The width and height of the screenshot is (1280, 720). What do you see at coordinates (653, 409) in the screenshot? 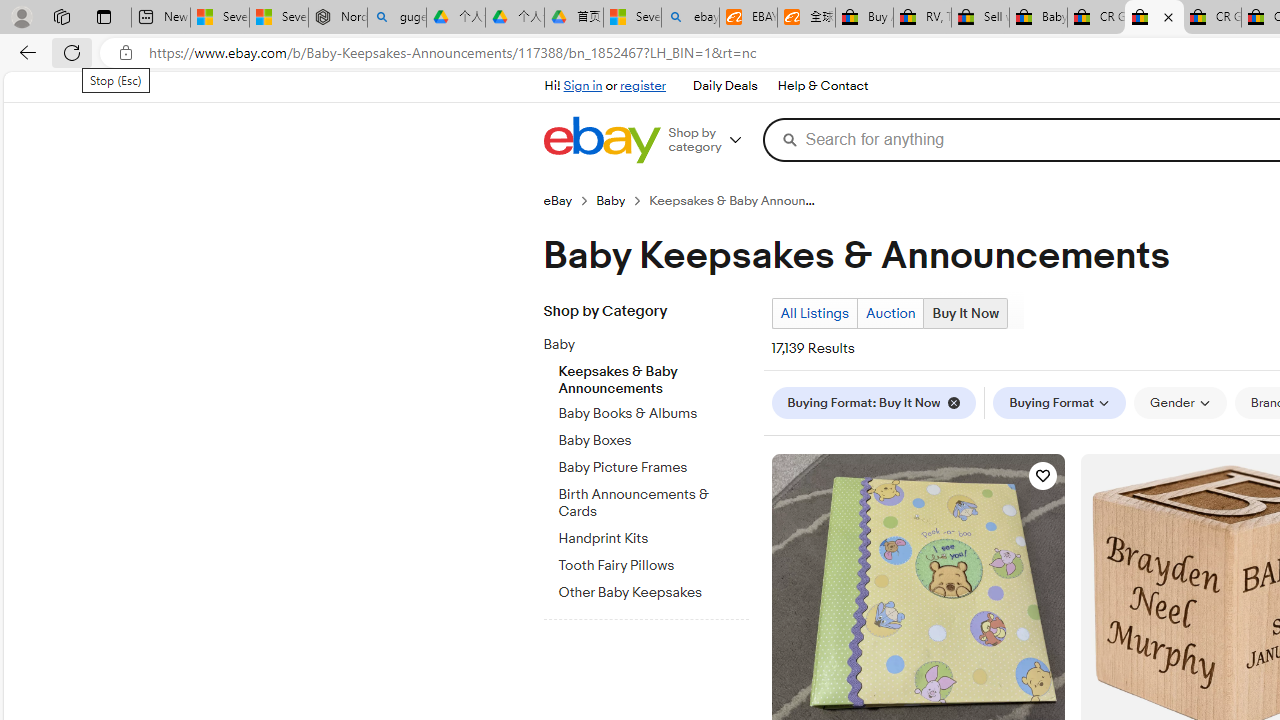
I see `'Baby Books & Albums'` at bounding box center [653, 409].